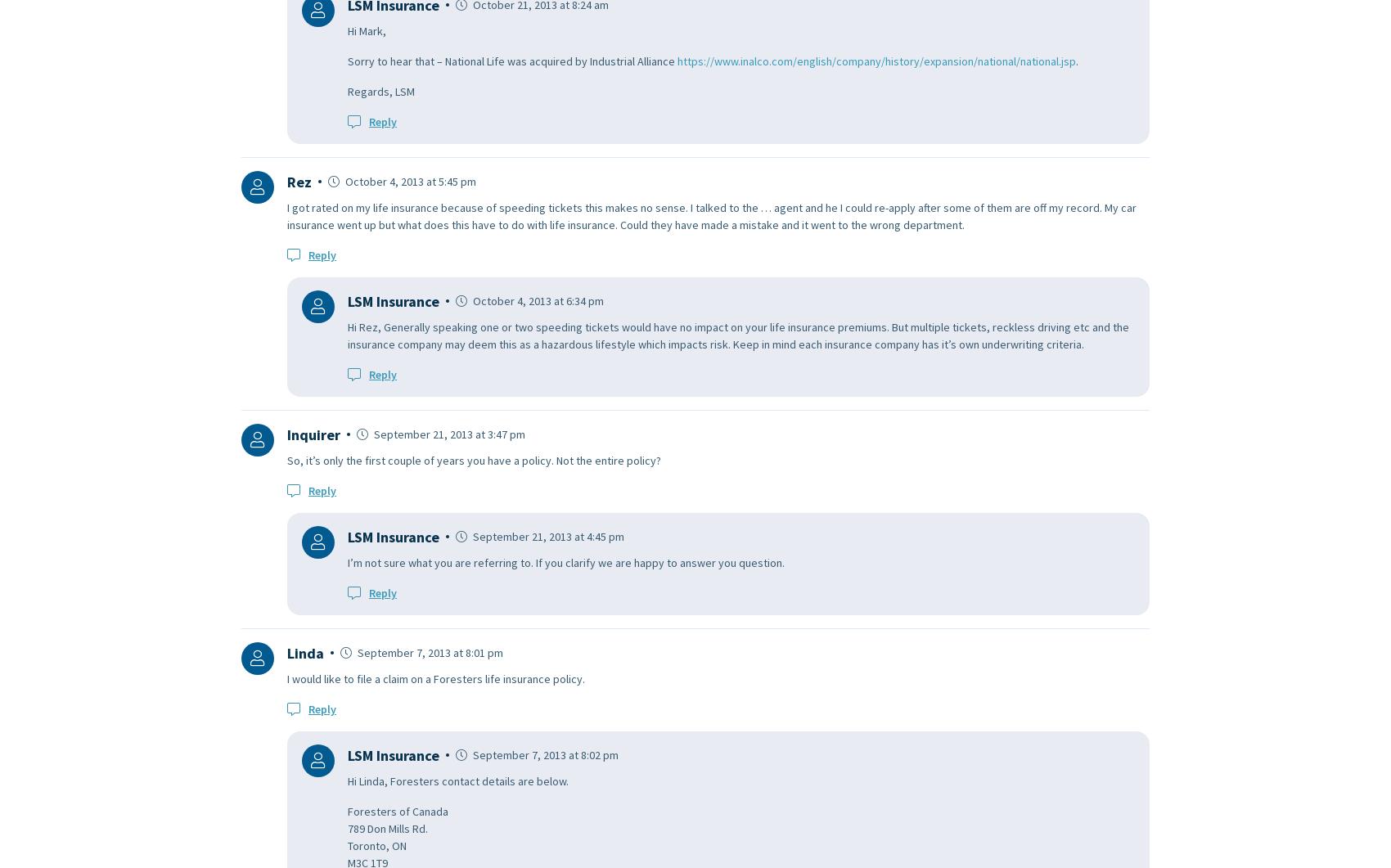  What do you see at coordinates (1077, 60) in the screenshot?
I see `'.'` at bounding box center [1077, 60].